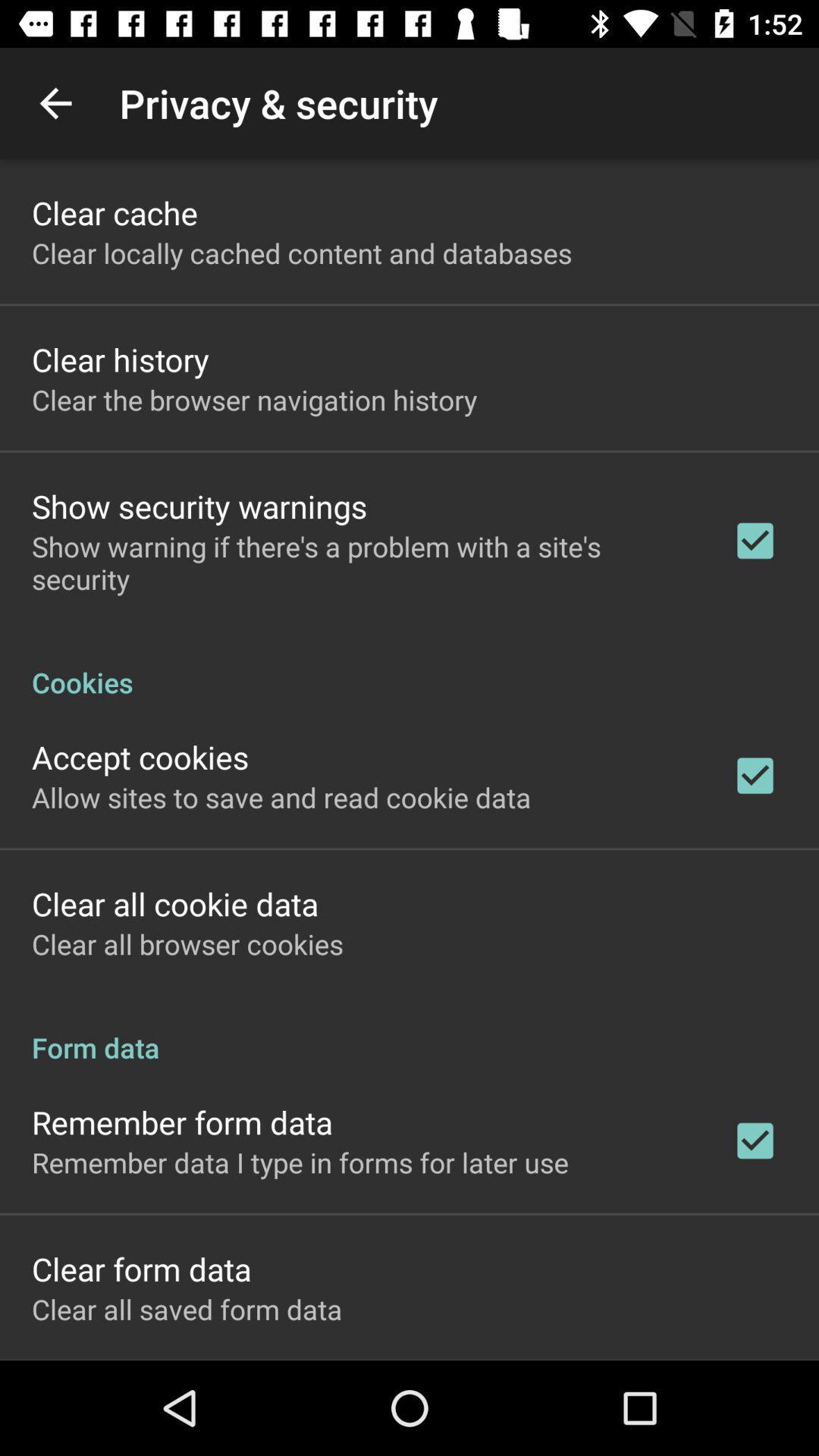  I want to click on icon below the show security warnings app, so click(362, 562).